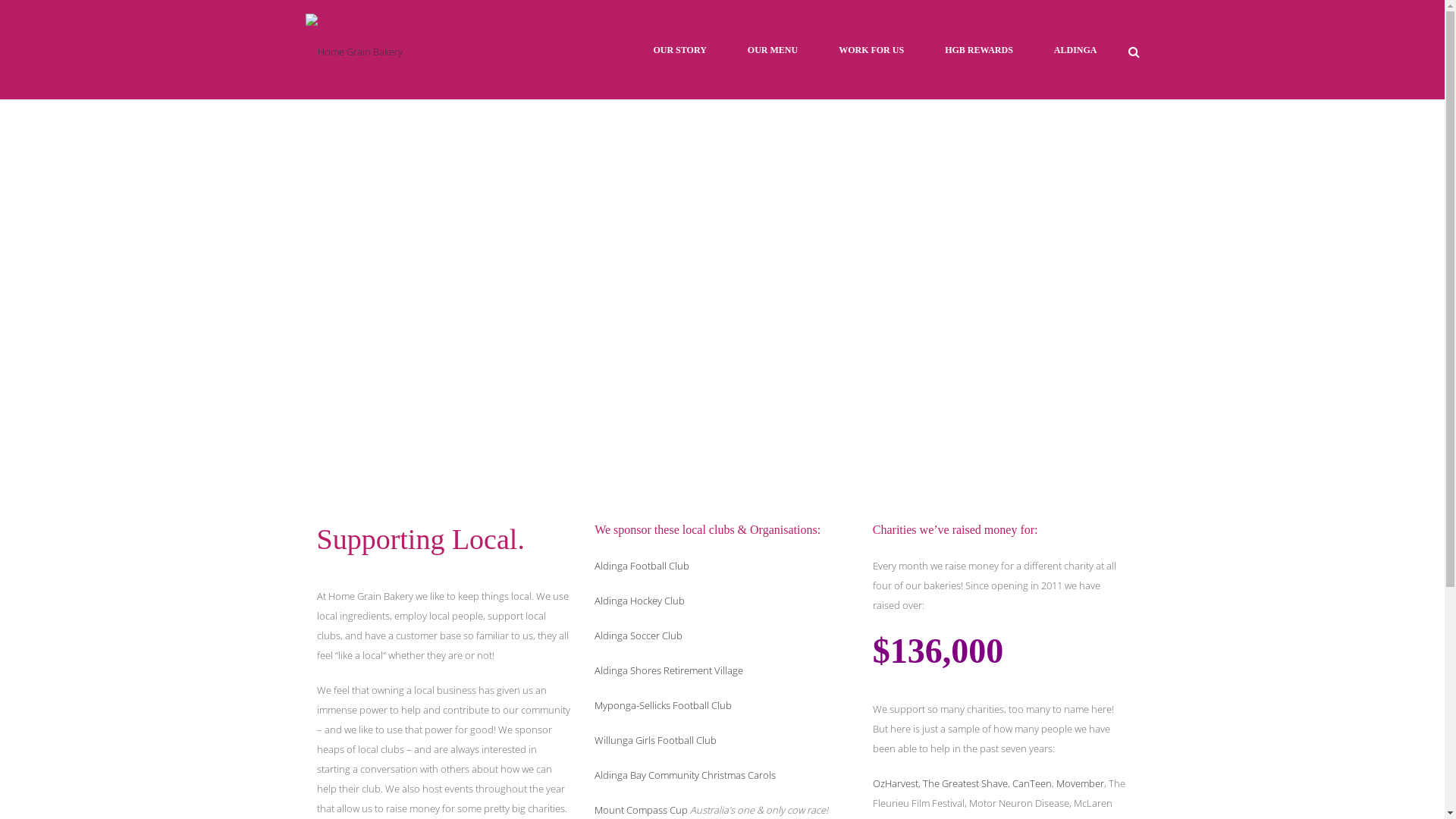 The image size is (1456, 819). I want to click on 'HGB REWARDS', so click(979, 49).